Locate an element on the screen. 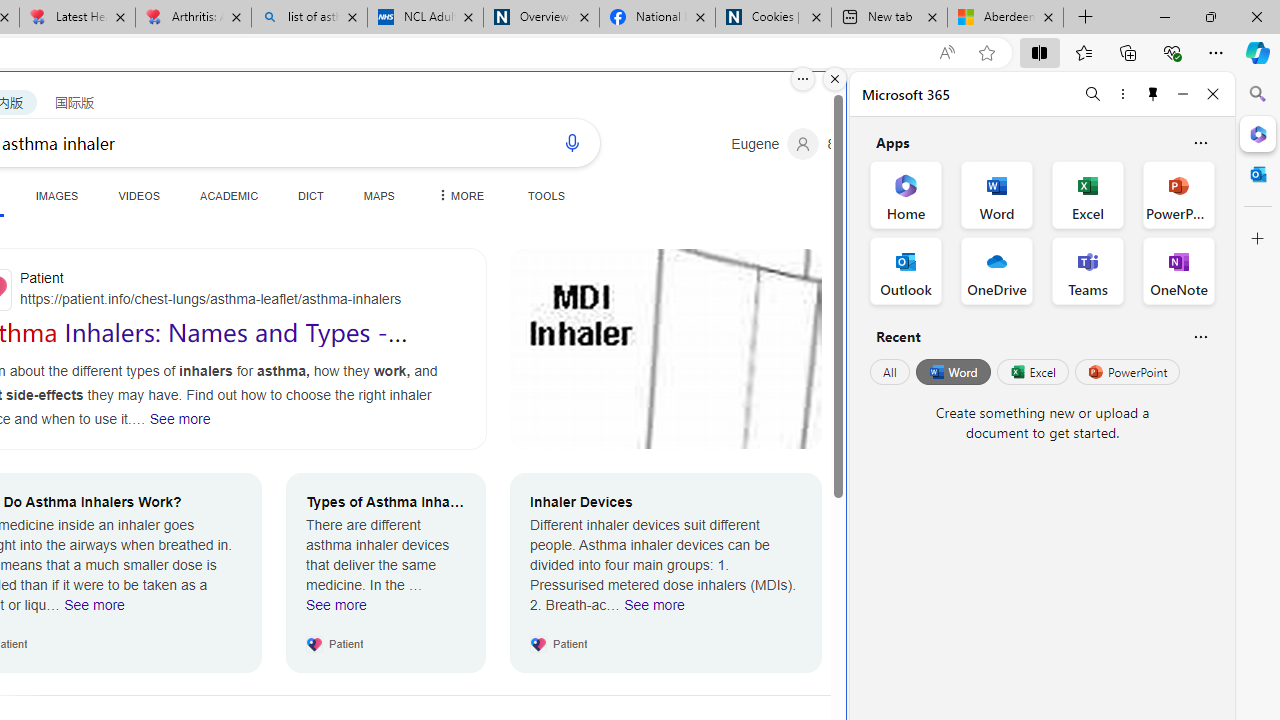  'OneDrive Office App' is located at coordinates (997, 271).